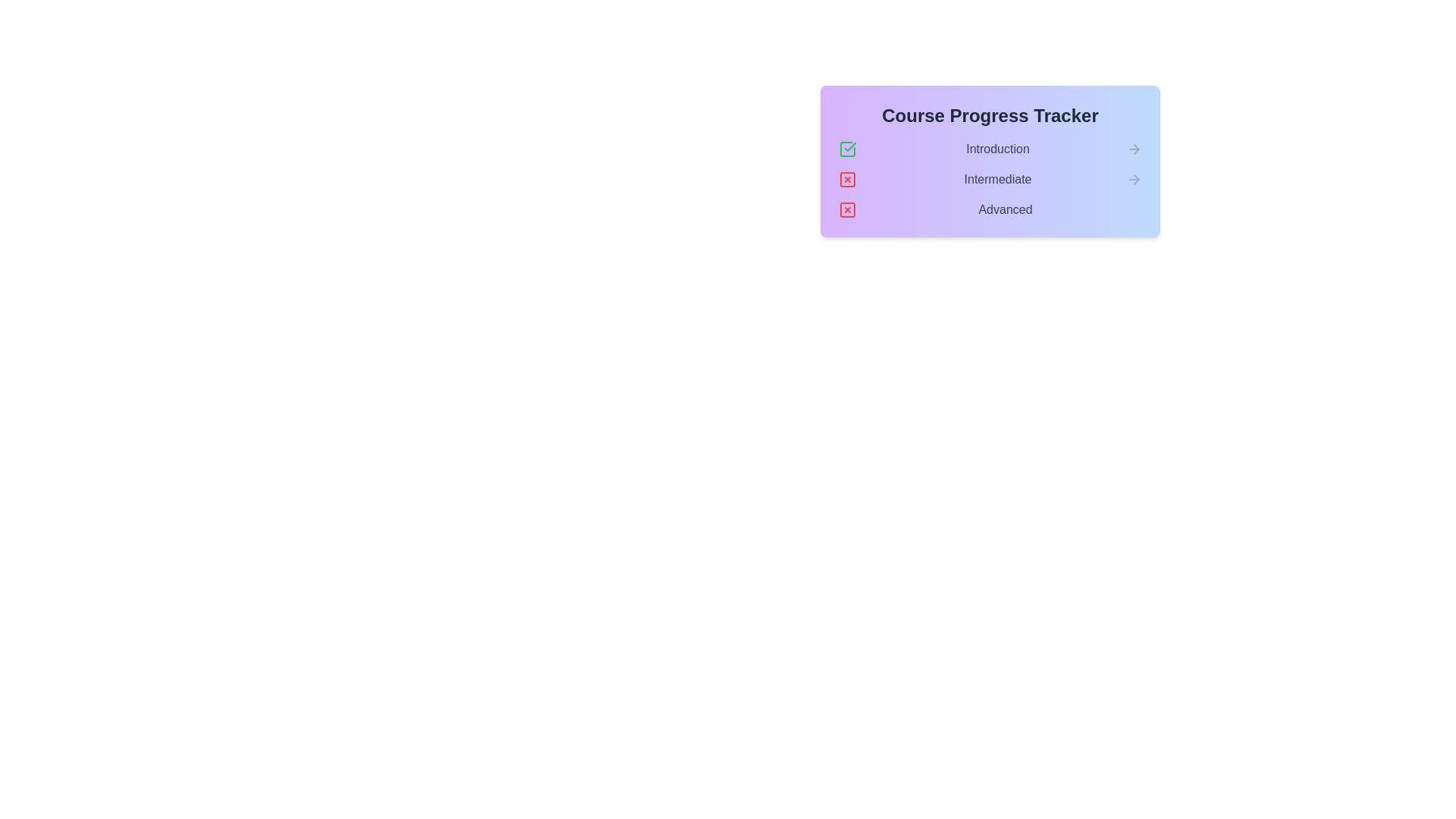  What do you see at coordinates (1134, 149) in the screenshot?
I see `the arrow icon to the right of the stage Introduction` at bounding box center [1134, 149].